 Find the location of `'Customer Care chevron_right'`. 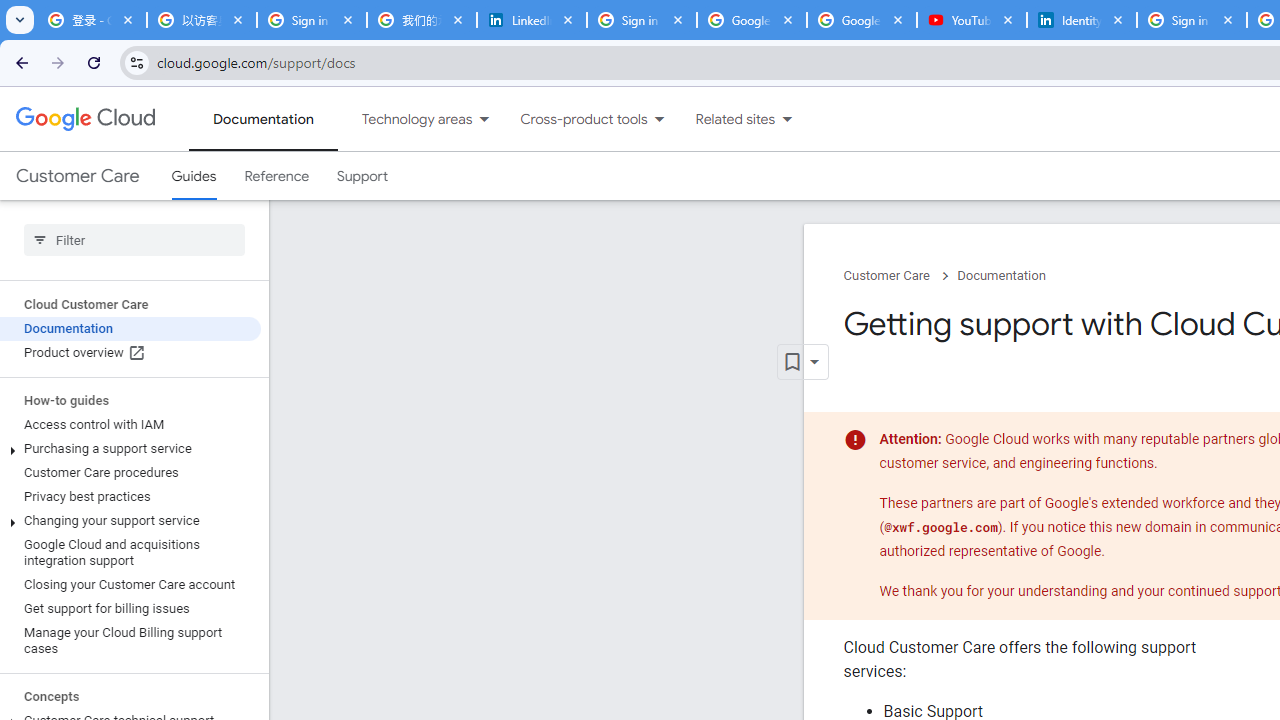

'Customer Care chevron_right' is located at coordinates (899, 276).